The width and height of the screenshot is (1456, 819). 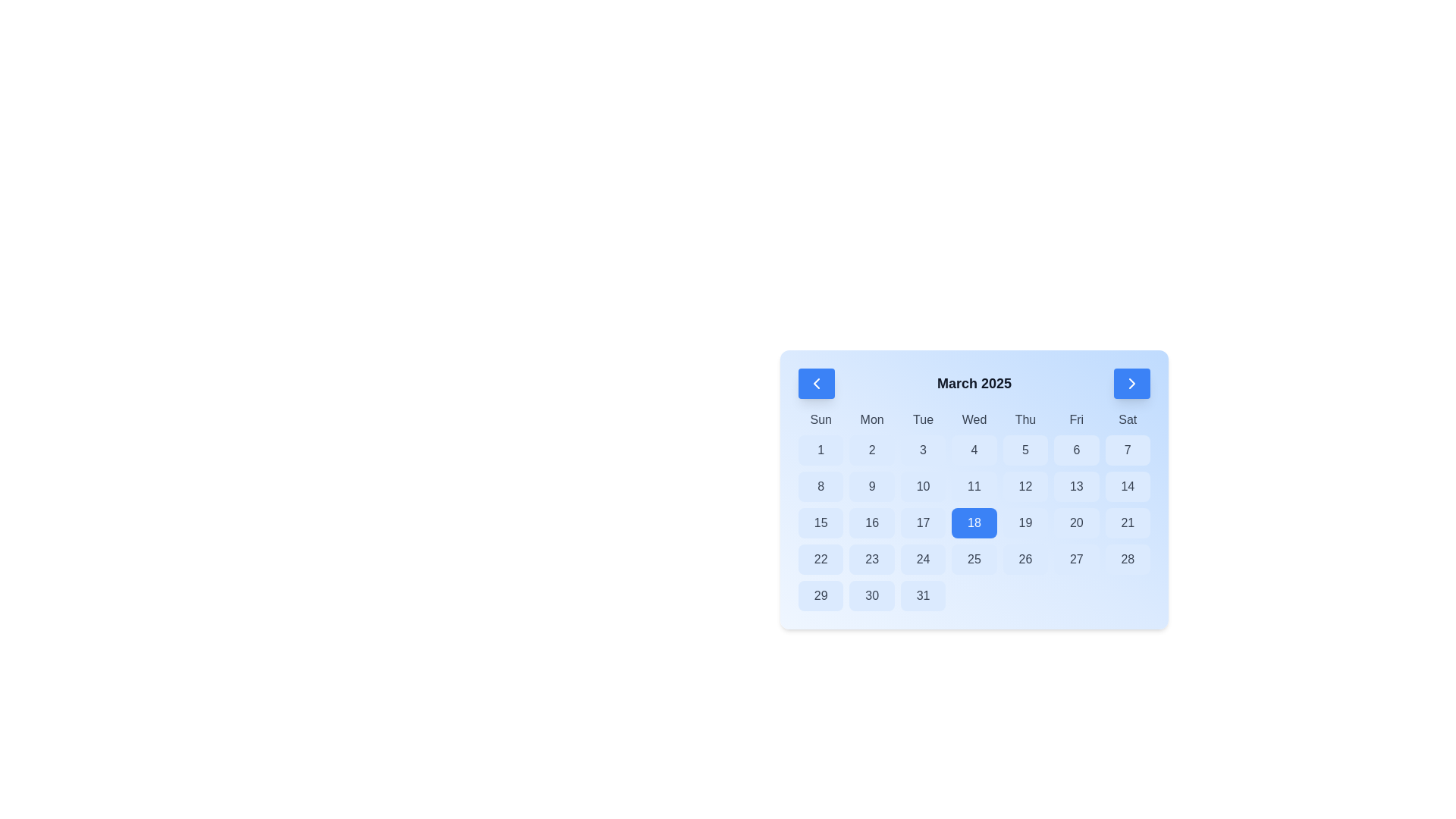 I want to click on the button styled as a rounded rectangle with a light blue background displaying the number '4' in bold black text, located in the calendar grid under the column labeled 'Wed', so click(x=973, y=450).